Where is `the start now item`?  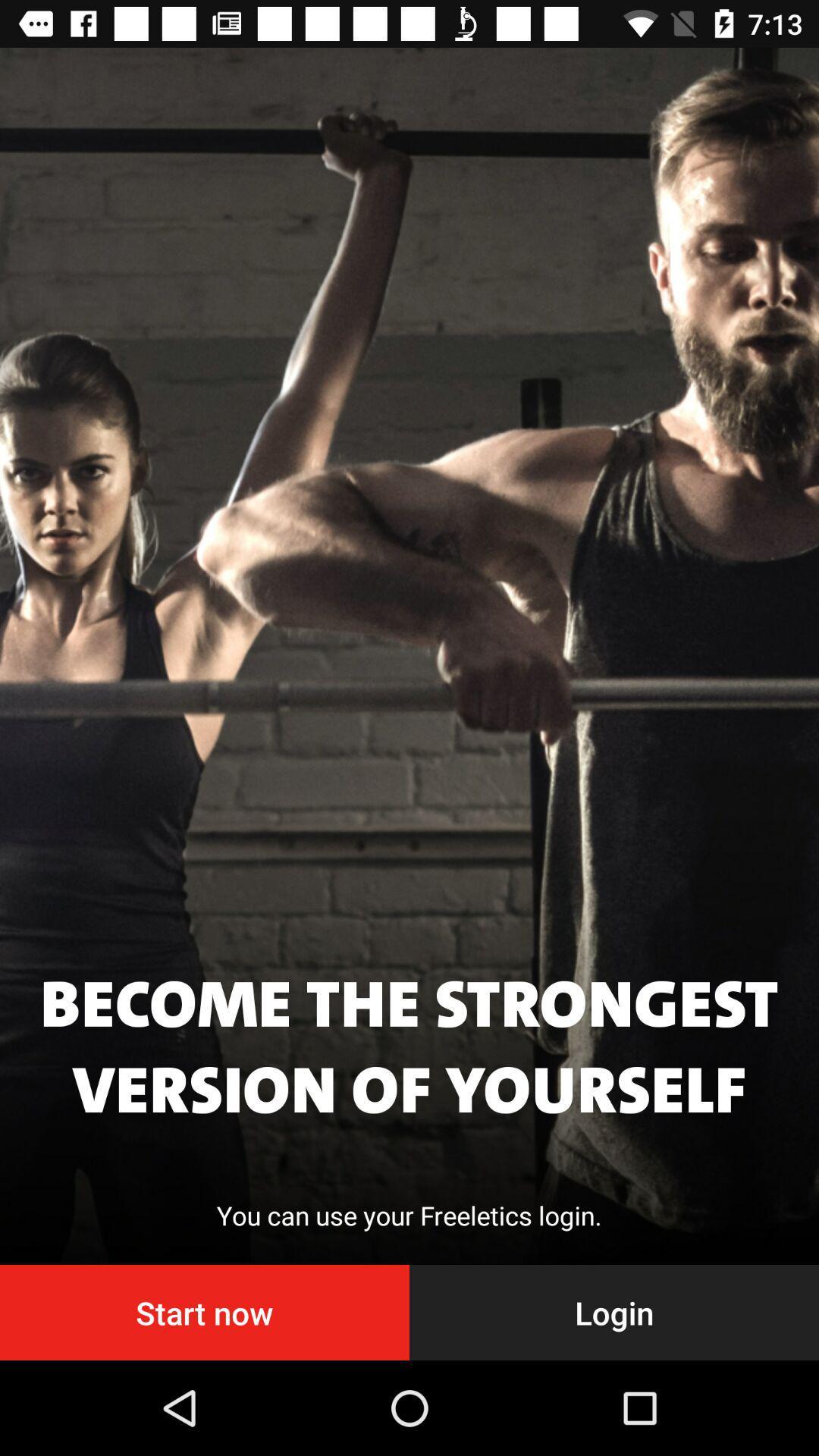 the start now item is located at coordinates (205, 1312).